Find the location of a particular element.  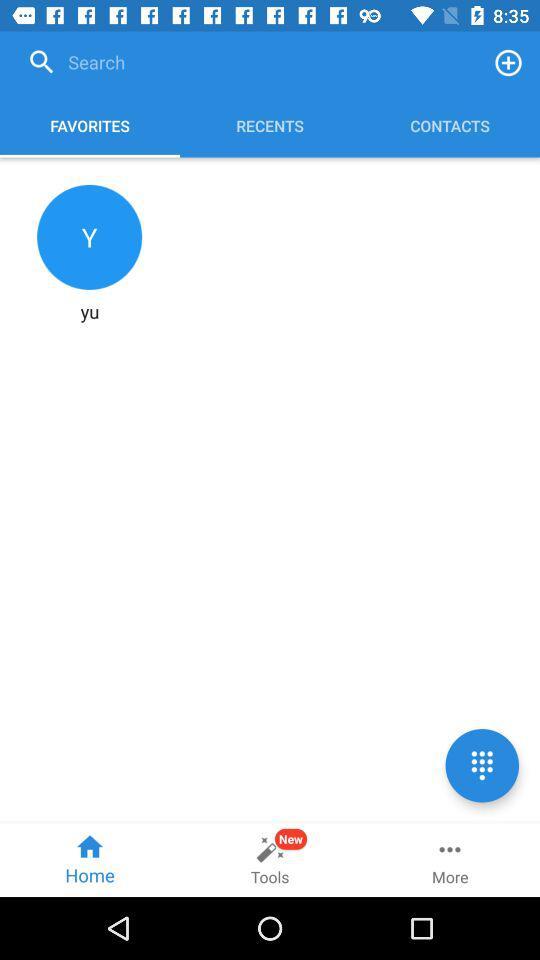

call is located at coordinates (481, 764).